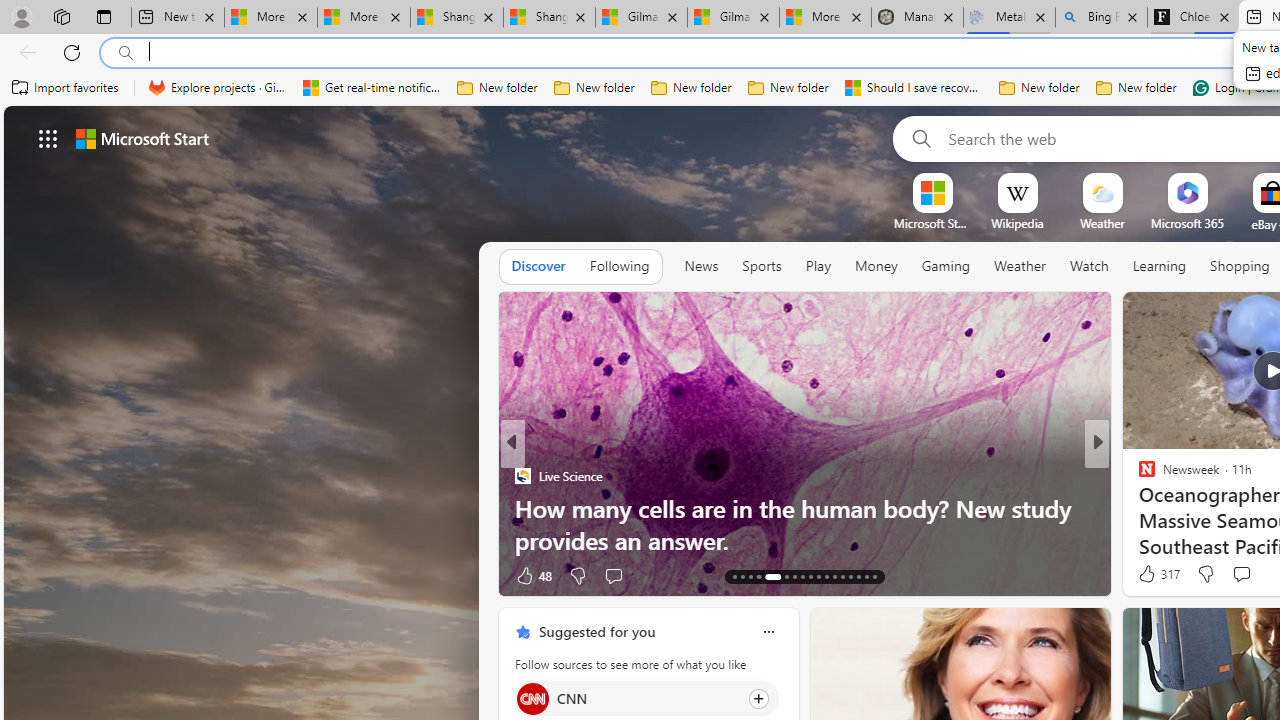 Image resolution: width=1280 pixels, height=720 pixels. Describe the element at coordinates (757, 577) in the screenshot. I see `'AutomationID: tab-16'` at that location.